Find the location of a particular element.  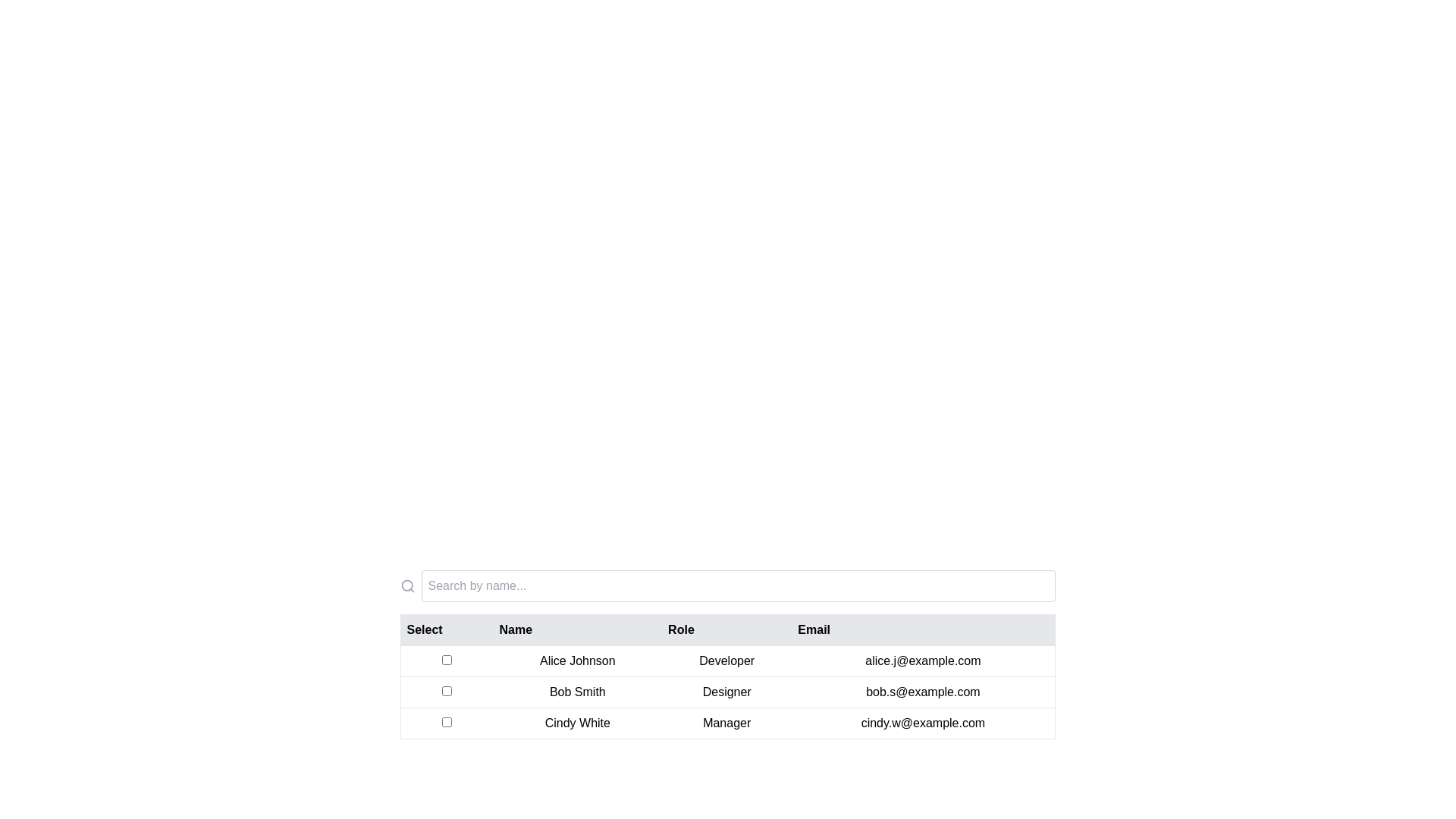

the checkbox located in the 'Select' column of the table for 'Bob Smith' is located at coordinates (446, 691).